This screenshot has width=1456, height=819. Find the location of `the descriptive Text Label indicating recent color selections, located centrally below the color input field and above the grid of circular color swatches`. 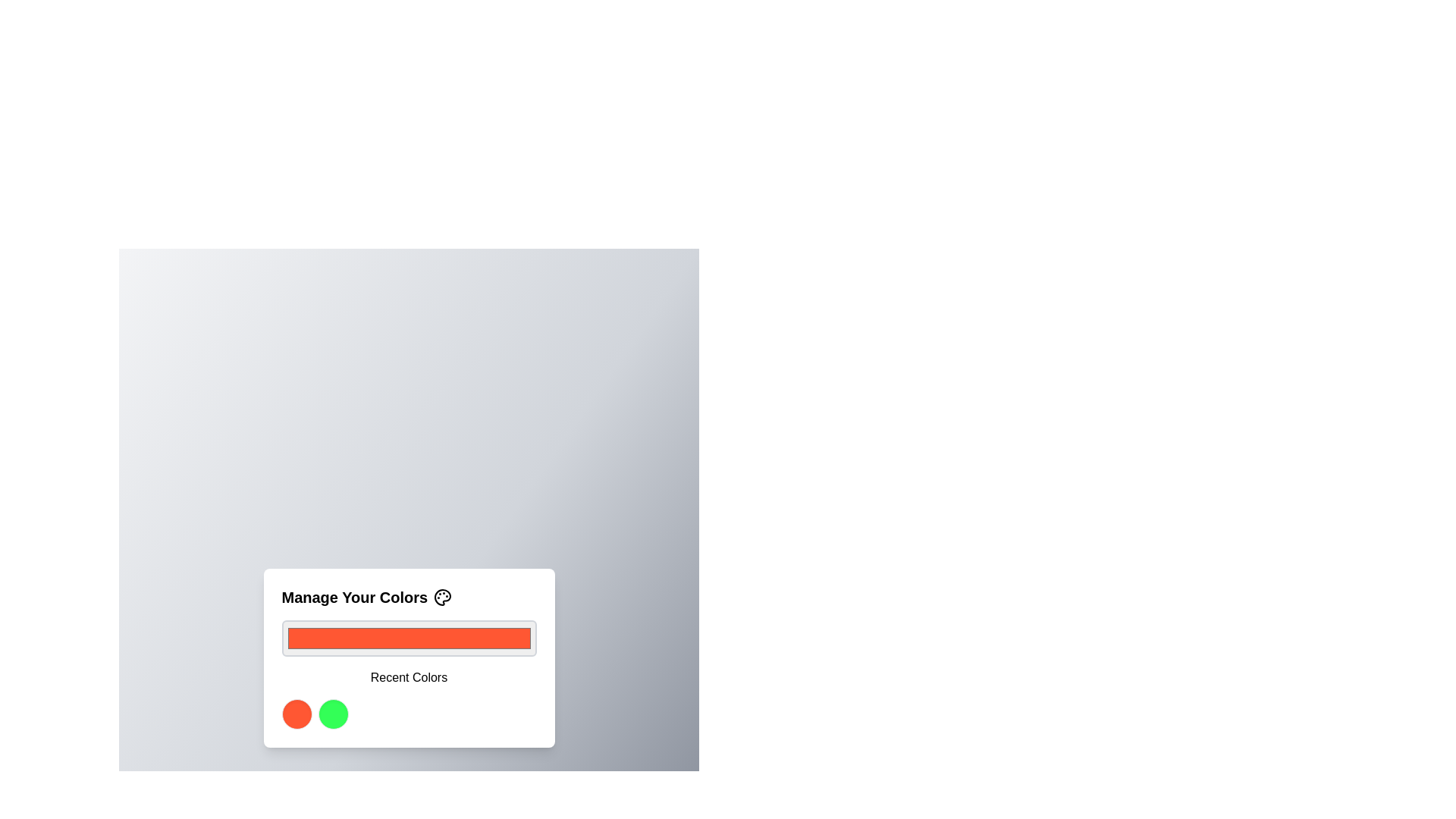

the descriptive Text Label indicating recent color selections, located centrally below the color input field and above the grid of circular color swatches is located at coordinates (409, 677).